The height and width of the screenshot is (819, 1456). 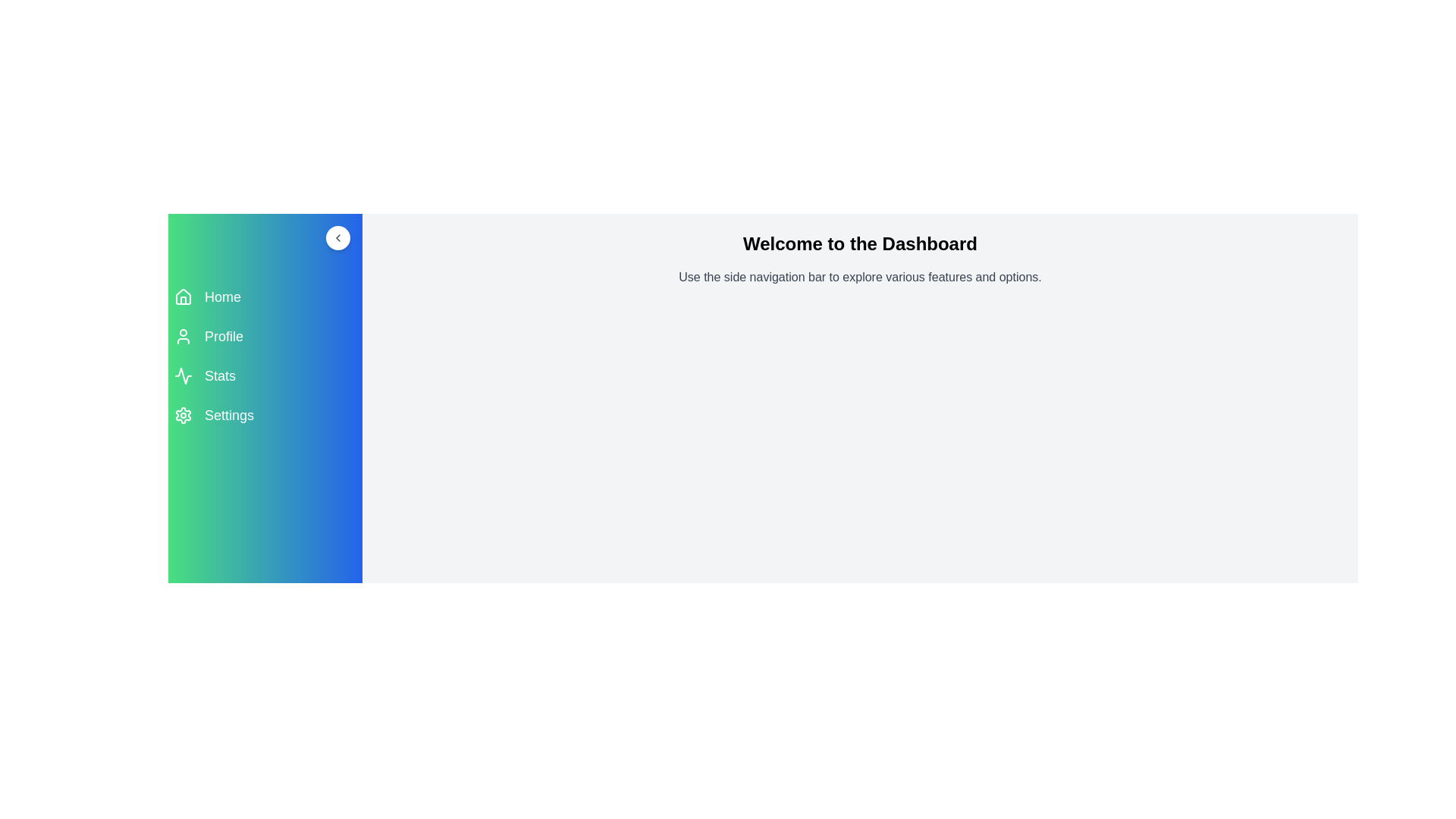 What do you see at coordinates (337, 237) in the screenshot?
I see `the chevron icon located at the upper-right edge of the vertical navigation bar` at bounding box center [337, 237].